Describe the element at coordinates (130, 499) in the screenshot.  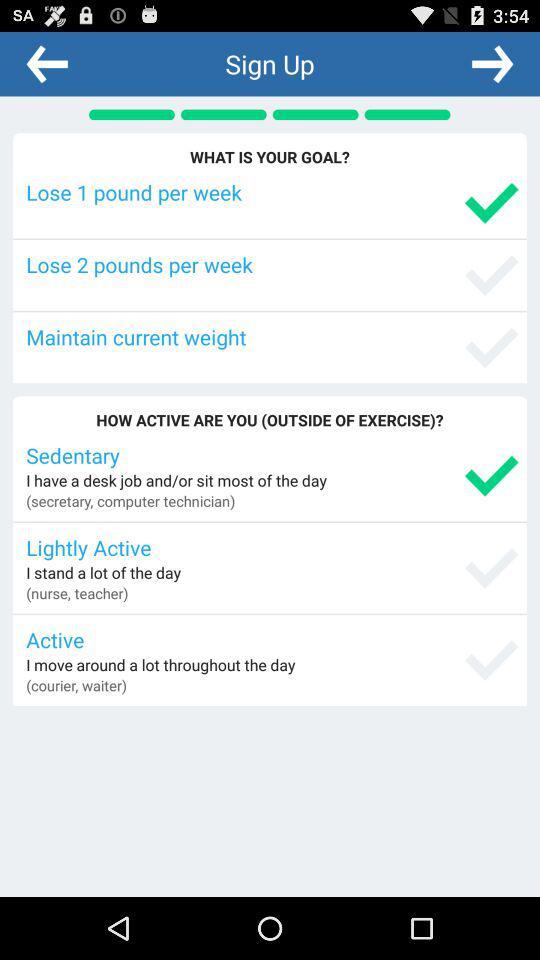
I see `the app above the lightly active item` at that location.